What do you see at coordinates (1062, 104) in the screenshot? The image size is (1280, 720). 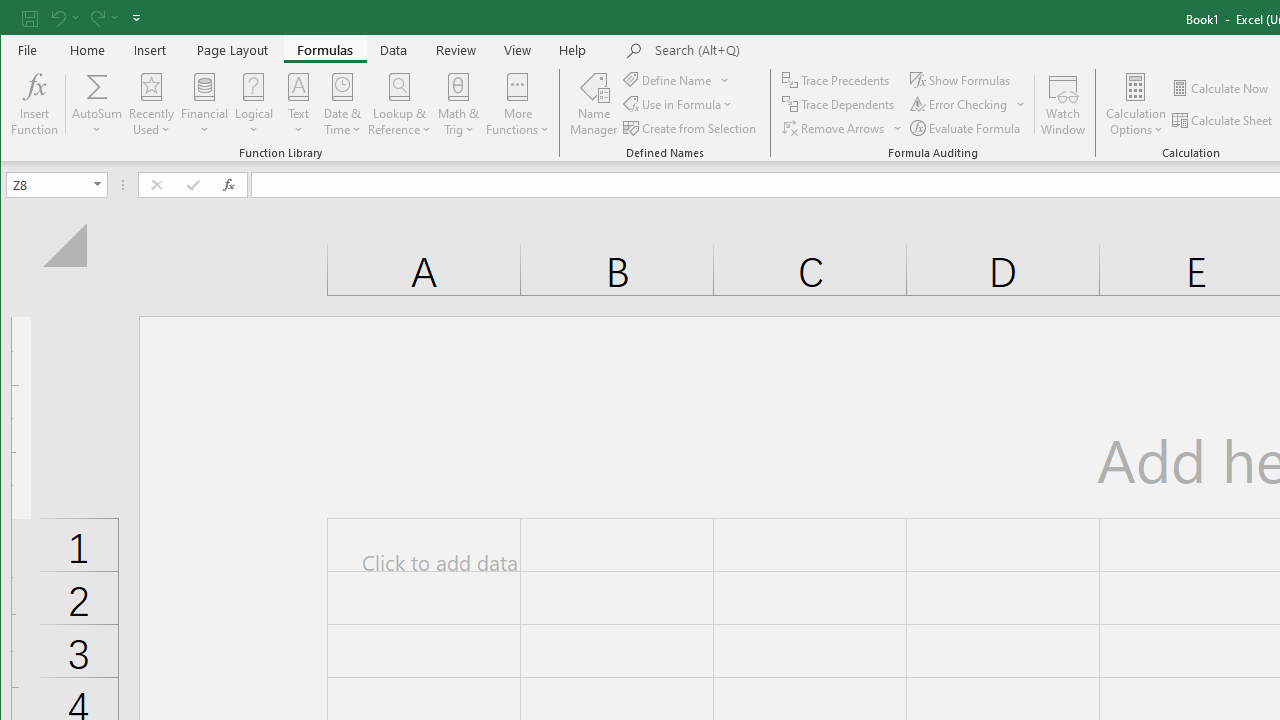 I see `'Watch Window'` at bounding box center [1062, 104].